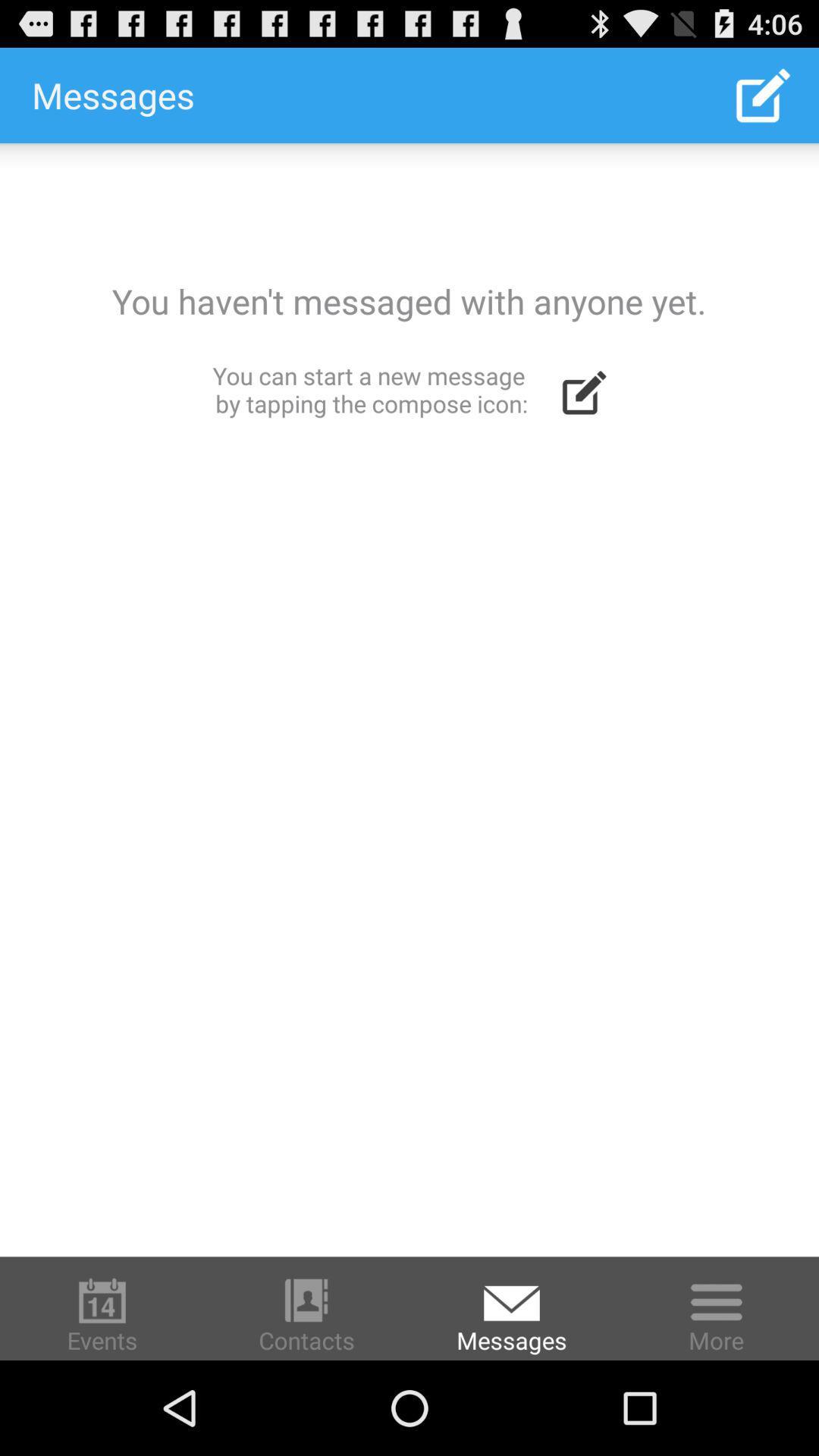 This screenshot has width=819, height=1456. What do you see at coordinates (409, 698) in the screenshot?
I see `empty message inbox` at bounding box center [409, 698].